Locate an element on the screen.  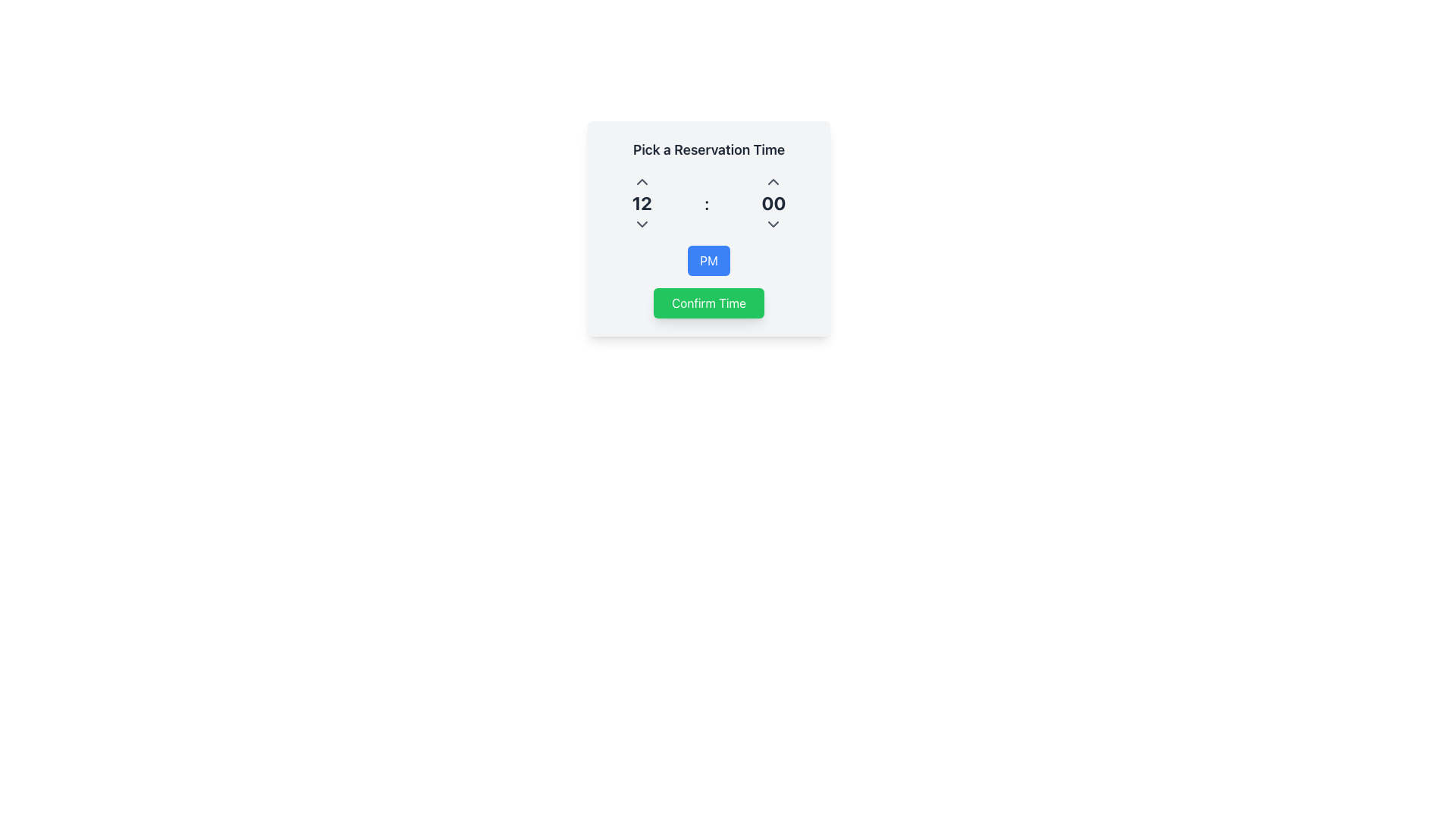
the Time Selector element to increment or decrement the minutes in the time picker interface, which is positioned to the right of a colon and aligned with the 'PM' button below it is located at coordinates (773, 202).